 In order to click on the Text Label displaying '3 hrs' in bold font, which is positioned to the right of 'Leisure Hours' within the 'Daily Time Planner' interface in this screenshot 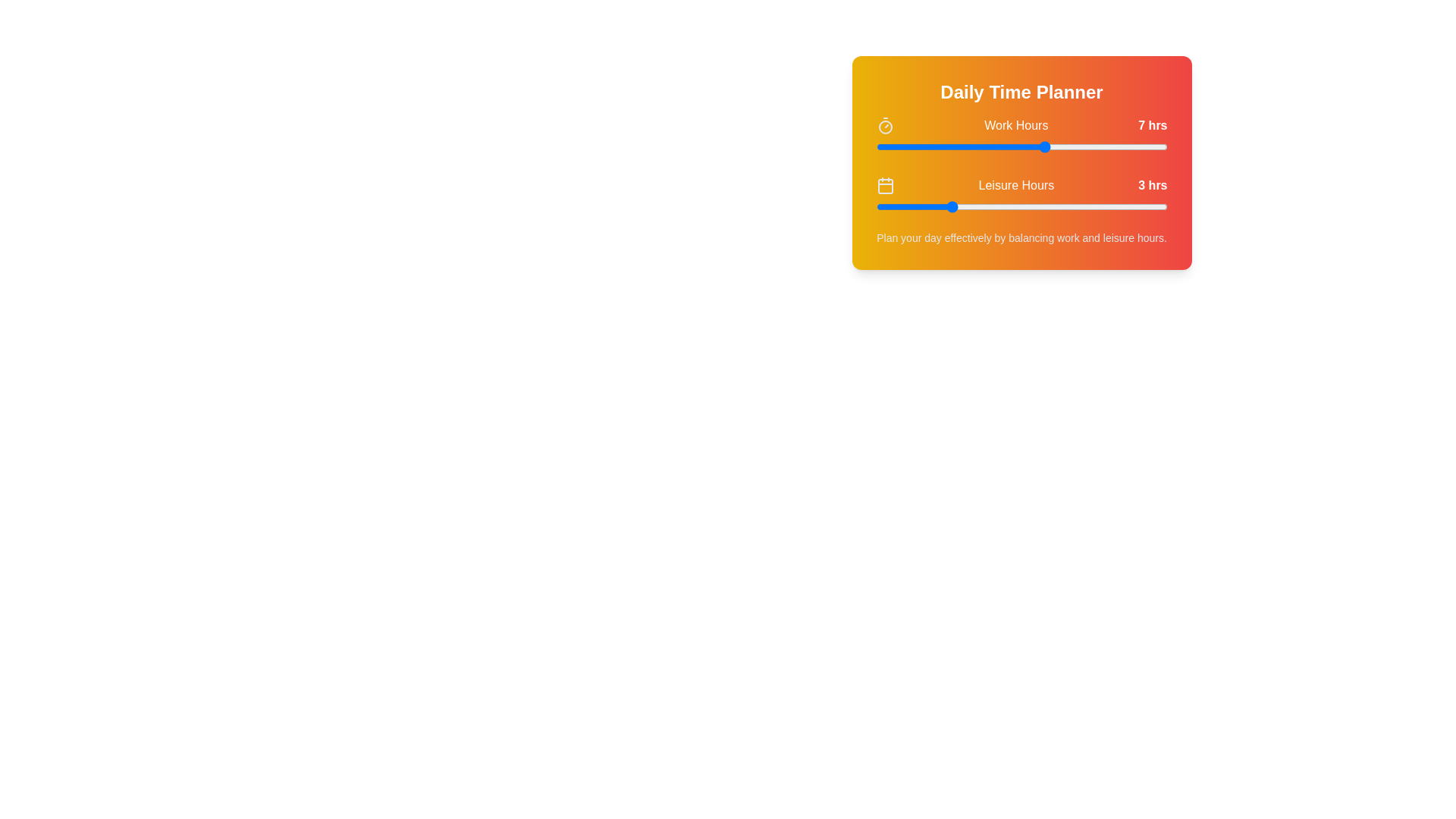, I will do `click(1153, 185)`.